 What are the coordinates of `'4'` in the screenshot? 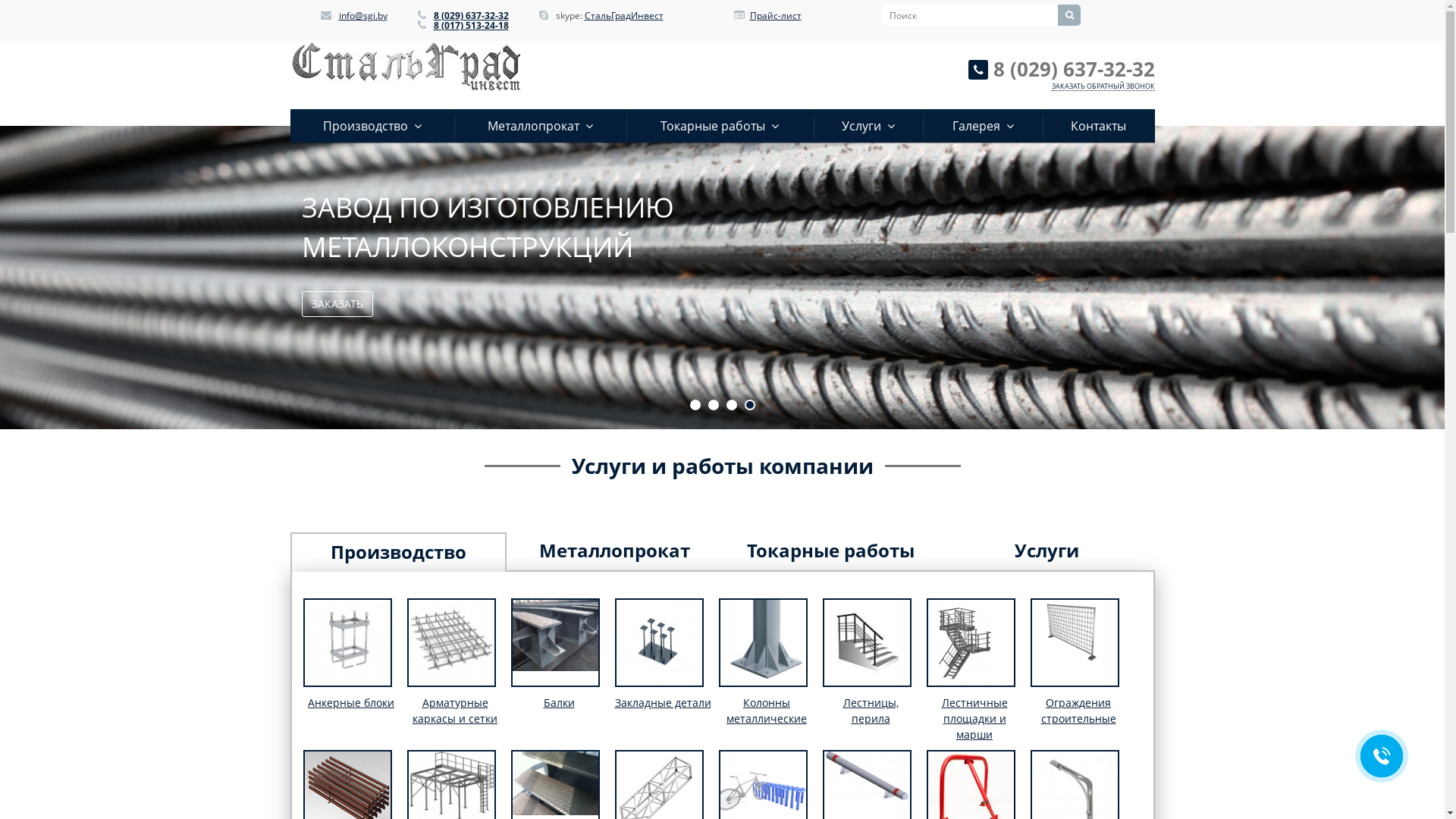 It's located at (749, 403).